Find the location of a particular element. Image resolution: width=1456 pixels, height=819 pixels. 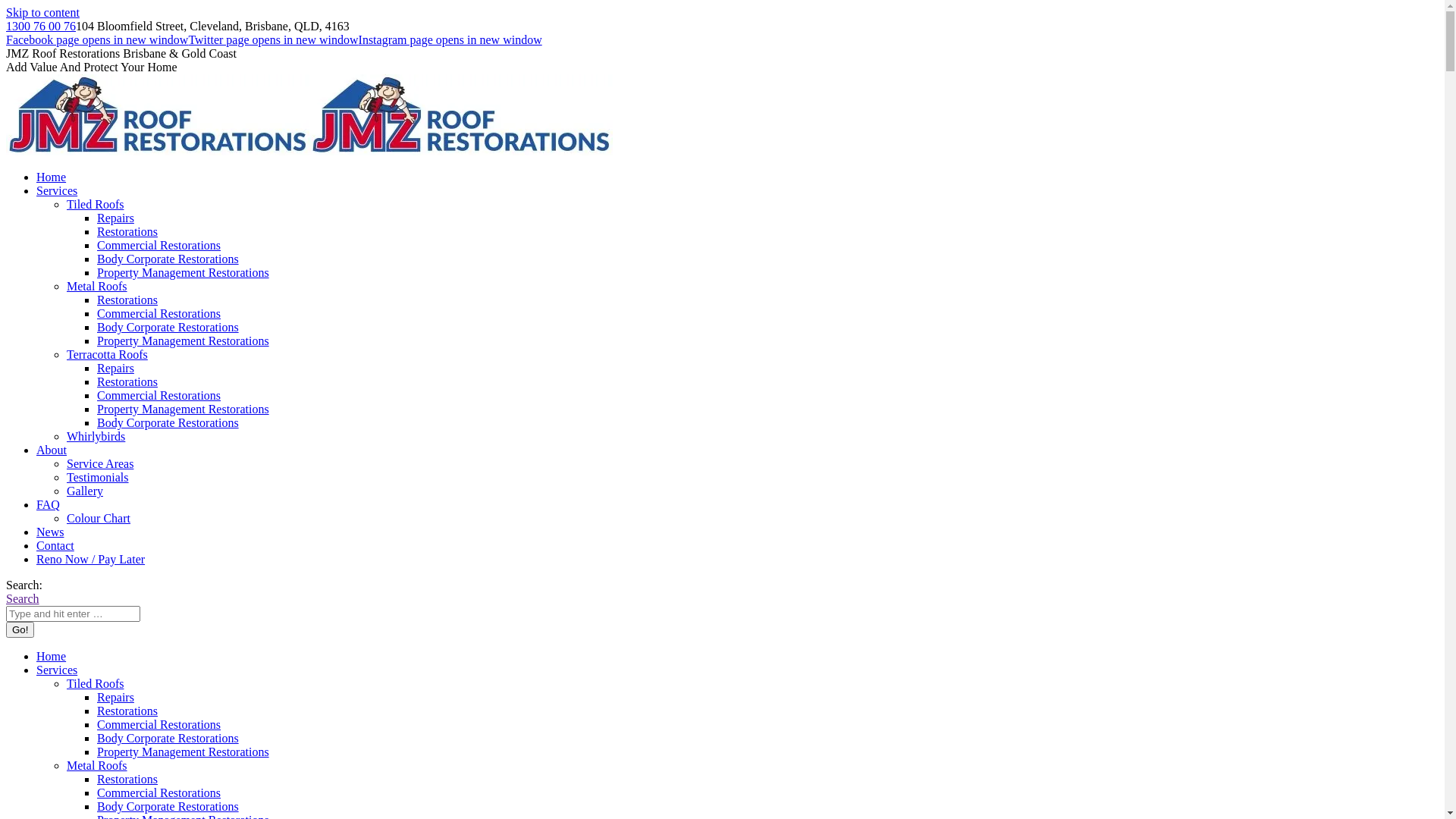

'Instagram page opens in new window' is located at coordinates (450, 39).